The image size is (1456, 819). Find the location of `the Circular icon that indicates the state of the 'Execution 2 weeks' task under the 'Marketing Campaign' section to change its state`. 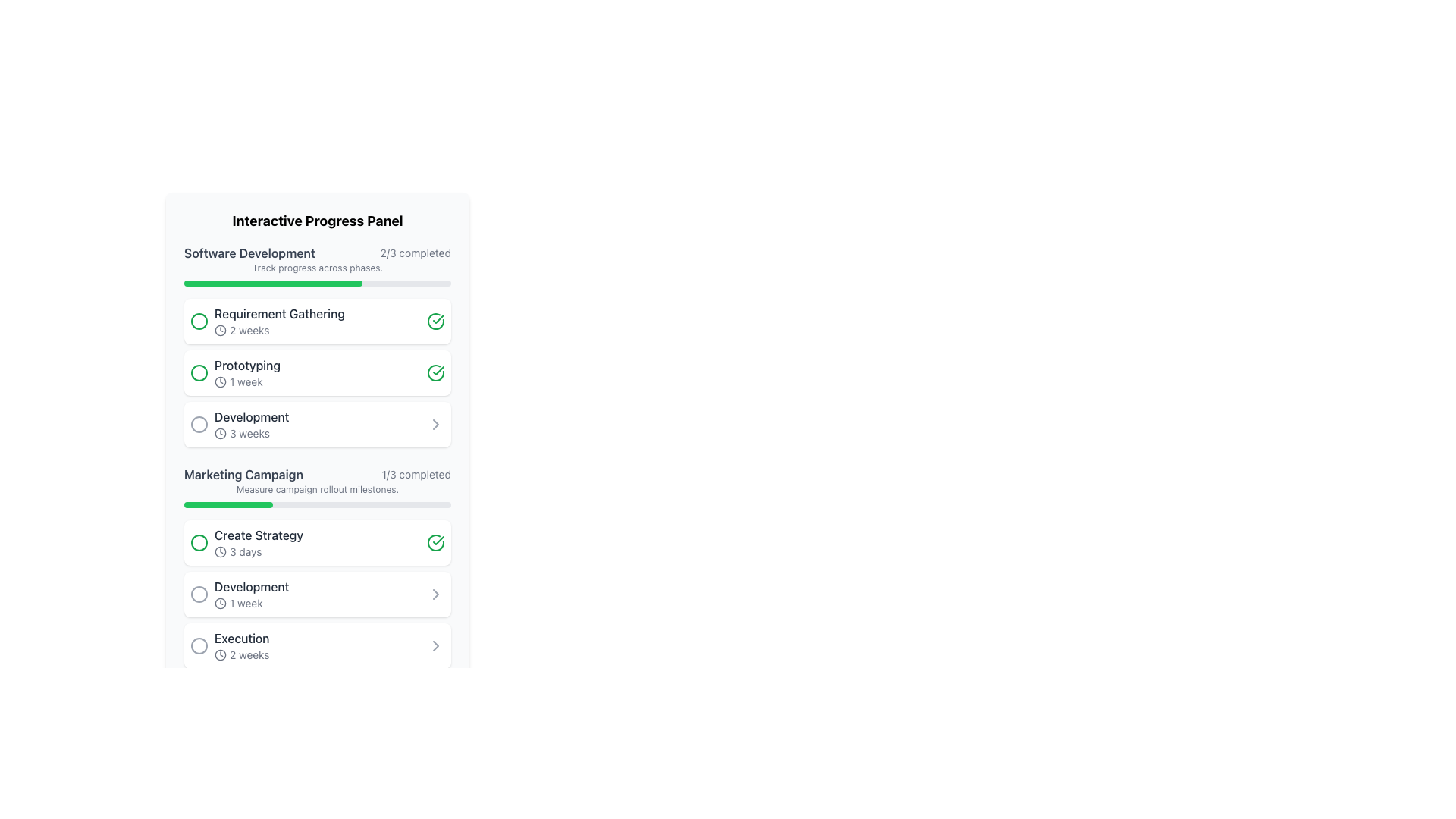

the Circular icon that indicates the state of the 'Execution 2 weeks' task under the 'Marketing Campaign' section to change its state is located at coordinates (199, 646).